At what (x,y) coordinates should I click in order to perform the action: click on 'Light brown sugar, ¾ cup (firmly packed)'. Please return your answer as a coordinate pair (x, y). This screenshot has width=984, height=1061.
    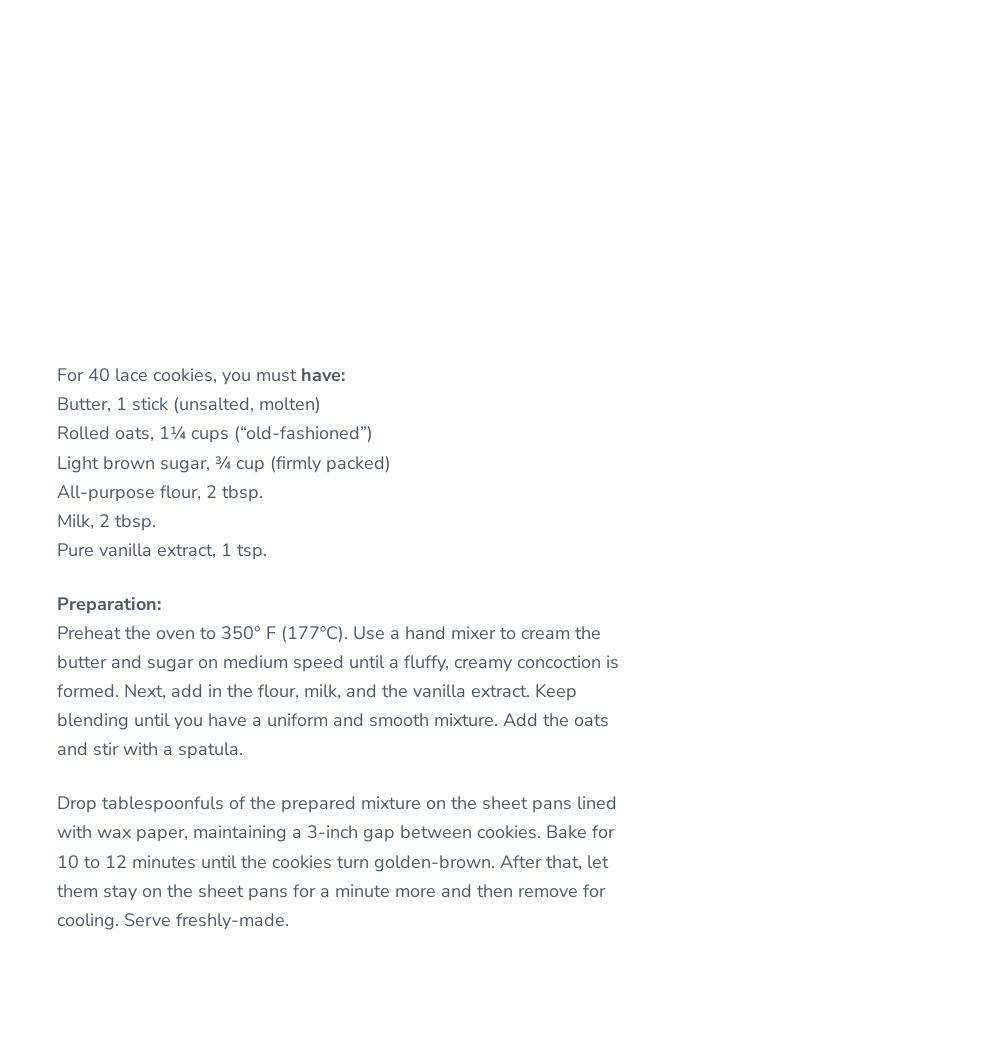
    Looking at the image, I should click on (223, 461).